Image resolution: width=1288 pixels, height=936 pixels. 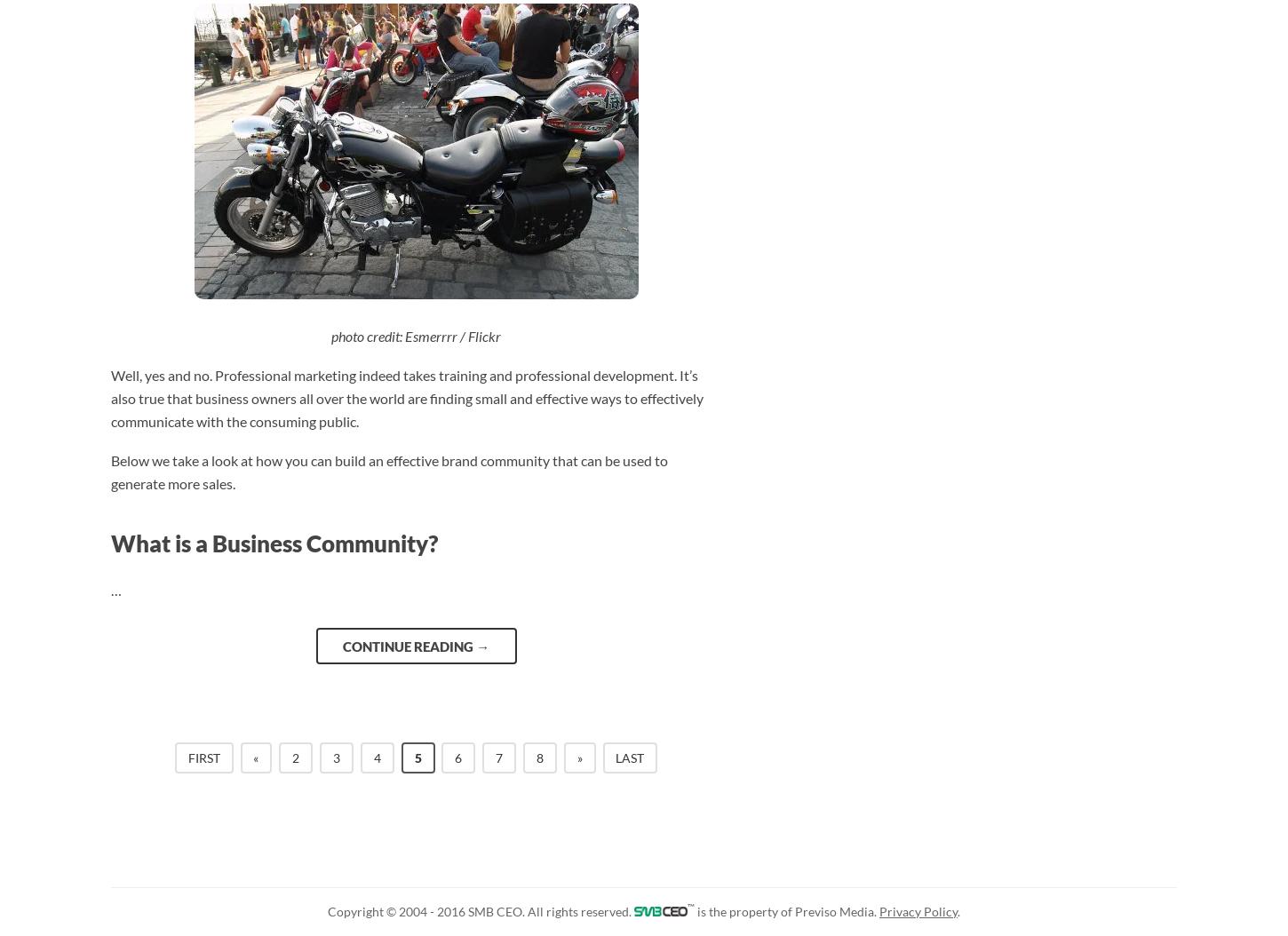 What do you see at coordinates (408, 645) in the screenshot?
I see `'Continue reading'` at bounding box center [408, 645].